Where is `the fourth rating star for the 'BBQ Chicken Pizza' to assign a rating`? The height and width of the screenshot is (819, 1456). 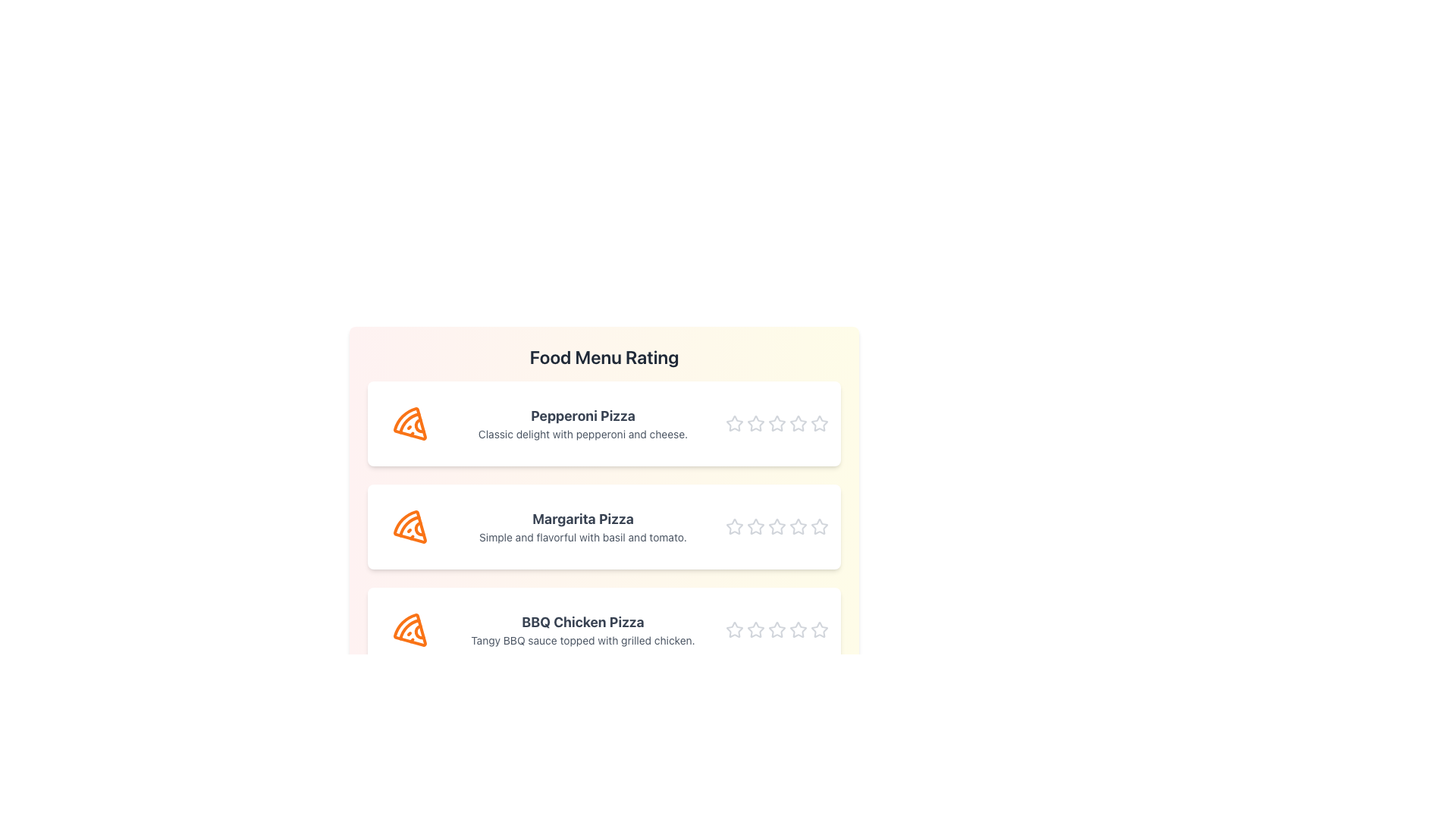
the fourth rating star for the 'BBQ Chicken Pizza' to assign a rating is located at coordinates (797, 629).